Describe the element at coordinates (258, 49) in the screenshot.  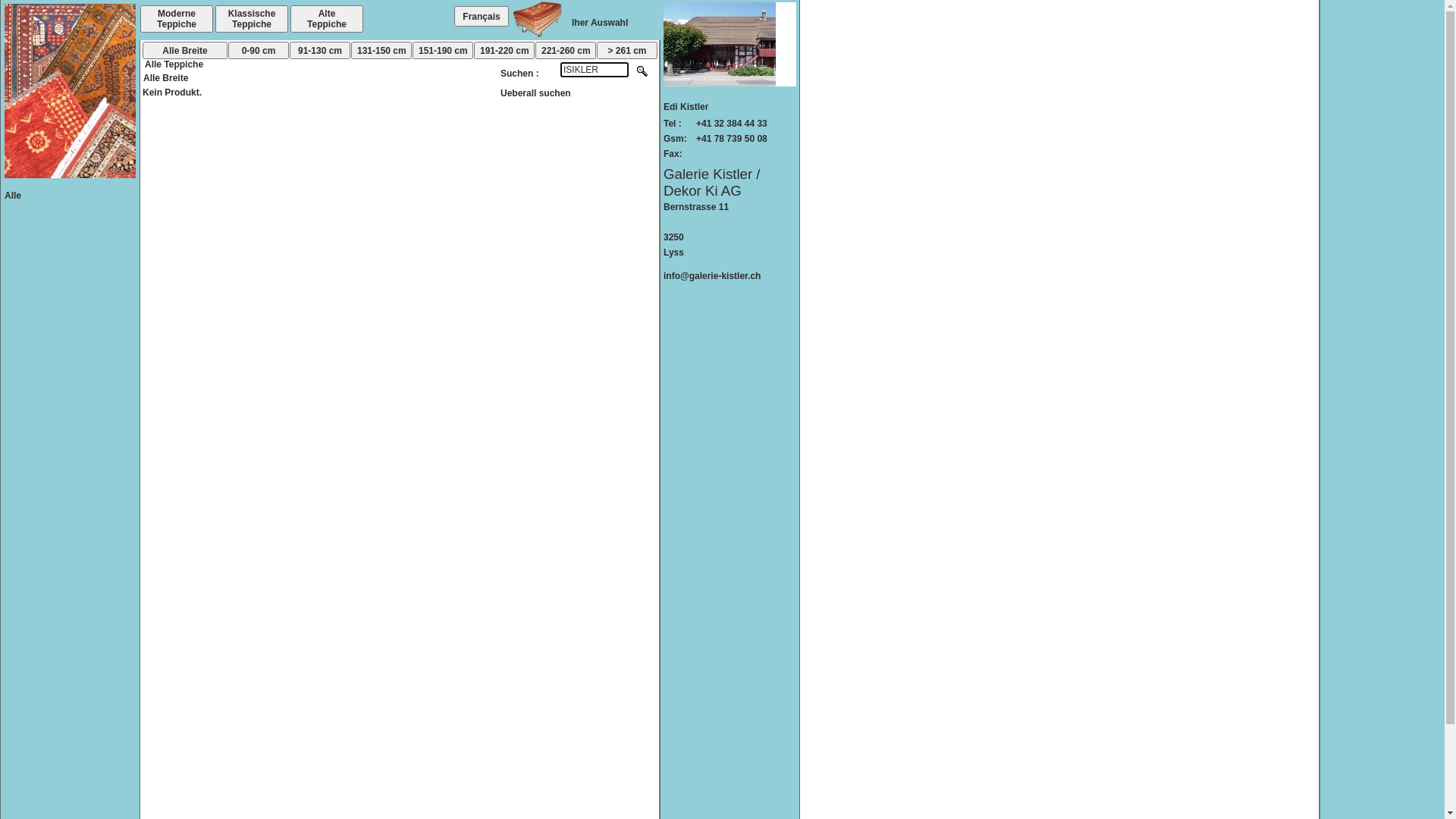
I see `'0-90 cm'` at that location.